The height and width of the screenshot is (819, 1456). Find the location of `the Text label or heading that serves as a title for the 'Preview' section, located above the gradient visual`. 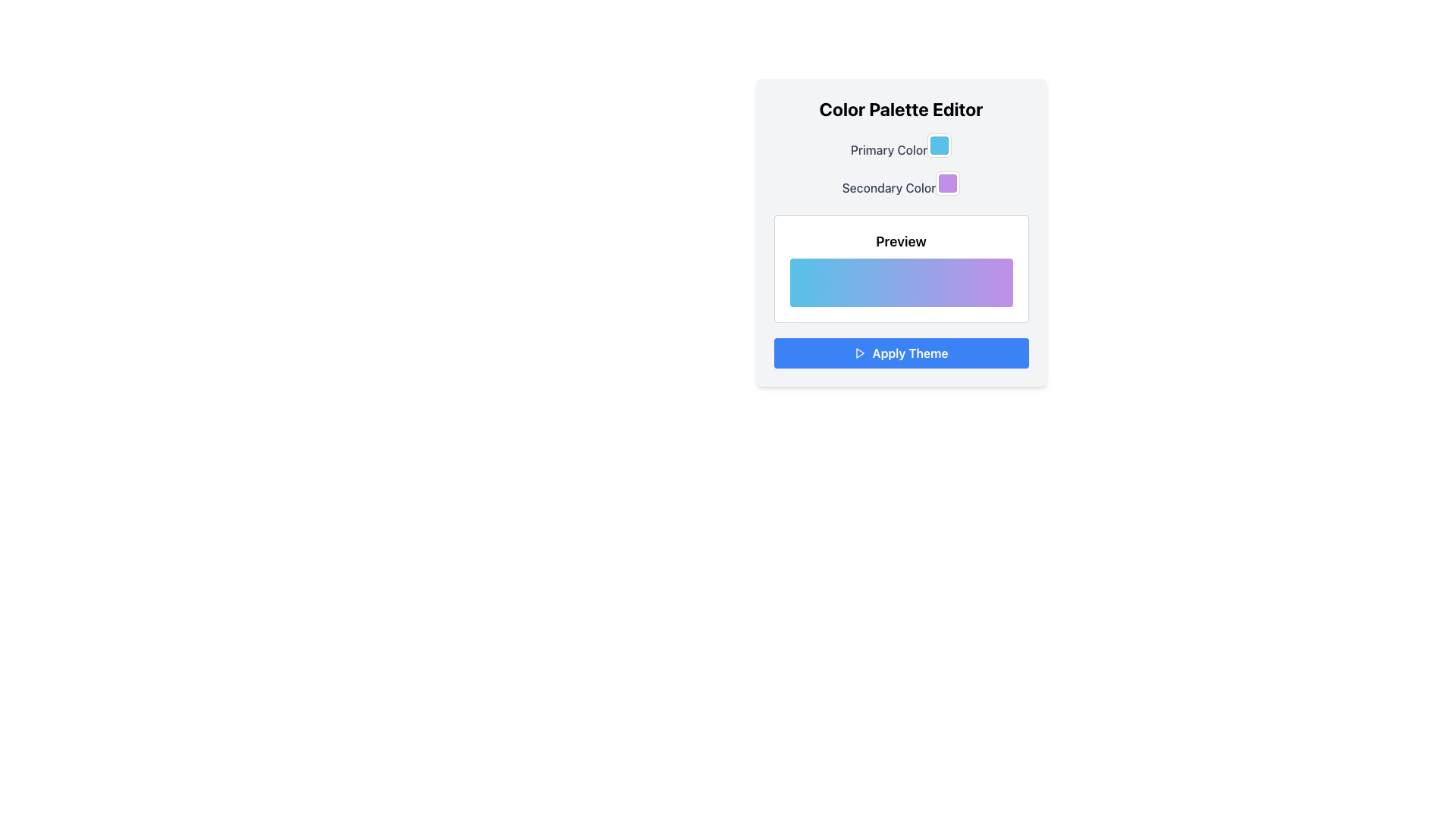

the Text label or heading that serves as a title for the 'Preview' section, located above the gradient visual is located at coordinates (901, 241).